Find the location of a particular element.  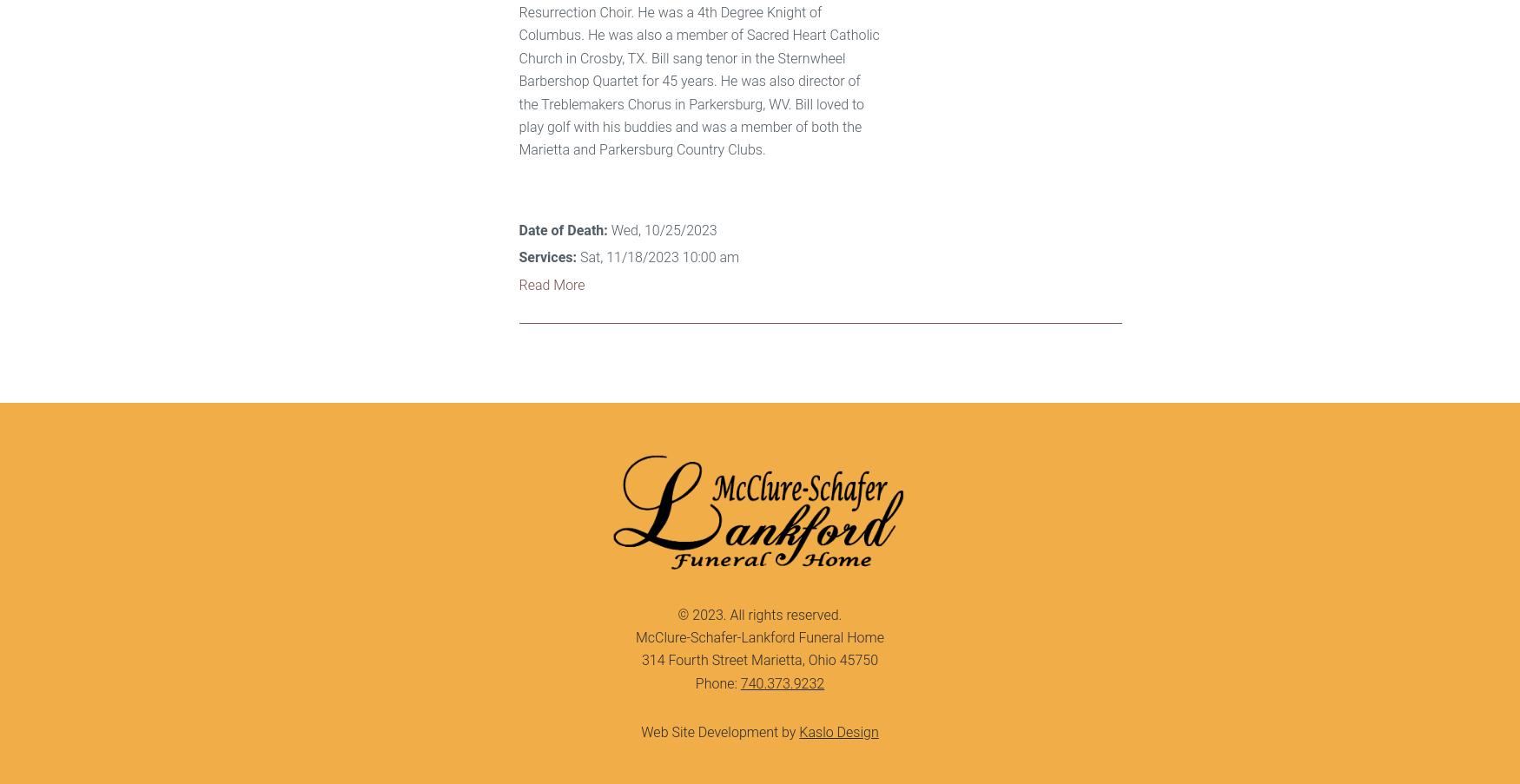

'Services:' is located at coordinates (546, 256).